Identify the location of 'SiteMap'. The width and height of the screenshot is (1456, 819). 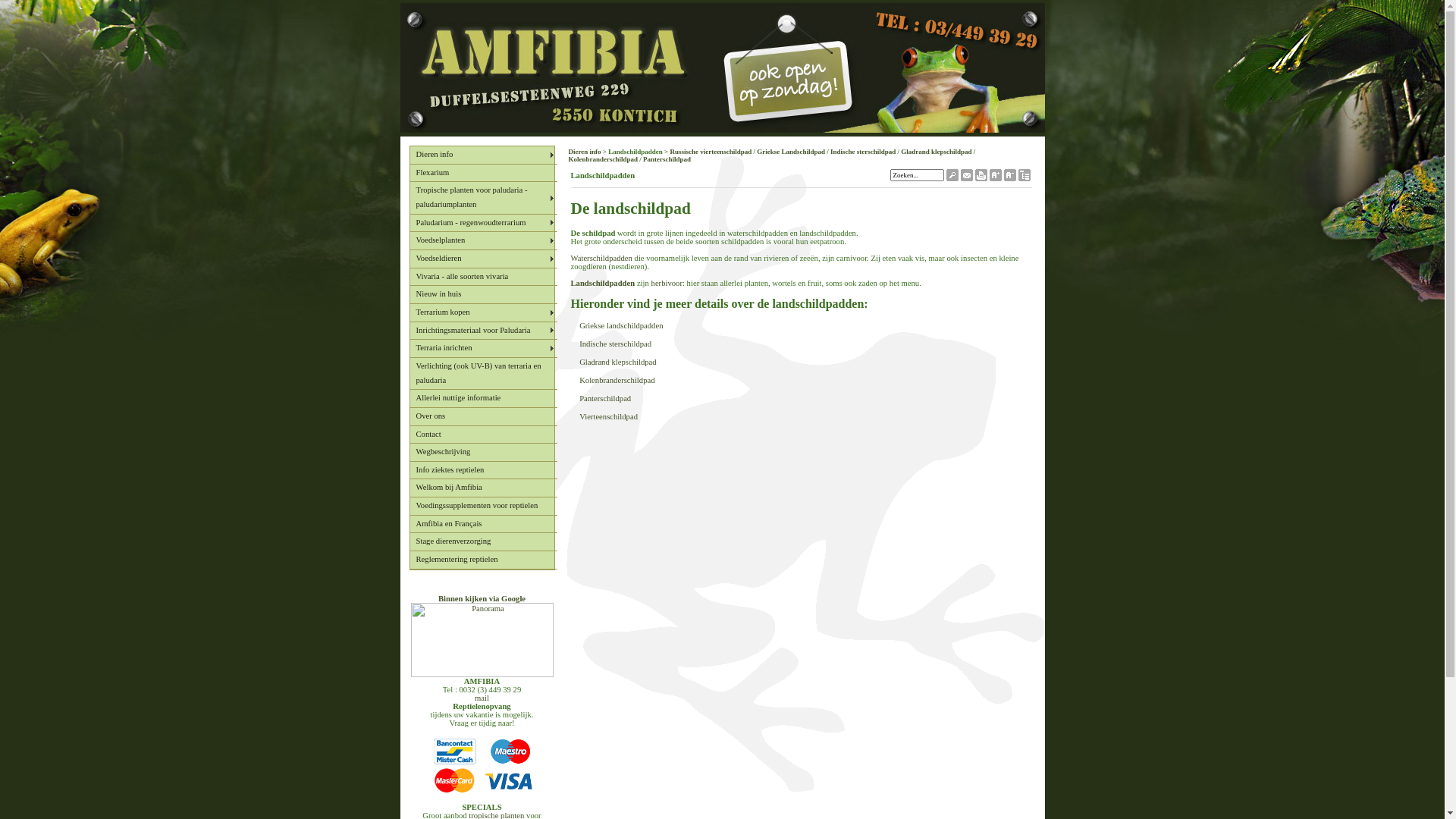
(1023, 177).